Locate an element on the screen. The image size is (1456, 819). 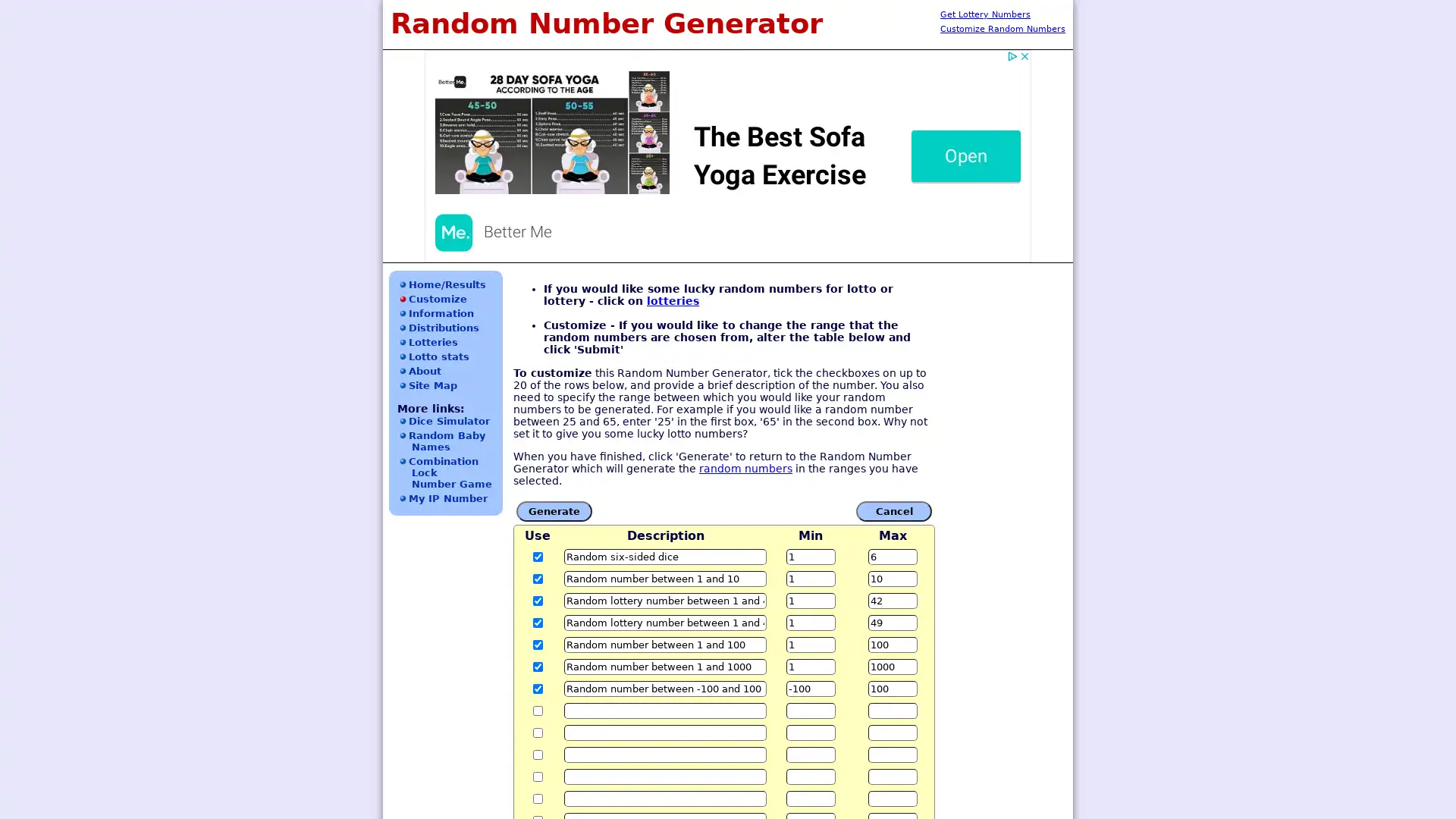
Cancel is located at coordinates (894, 510).